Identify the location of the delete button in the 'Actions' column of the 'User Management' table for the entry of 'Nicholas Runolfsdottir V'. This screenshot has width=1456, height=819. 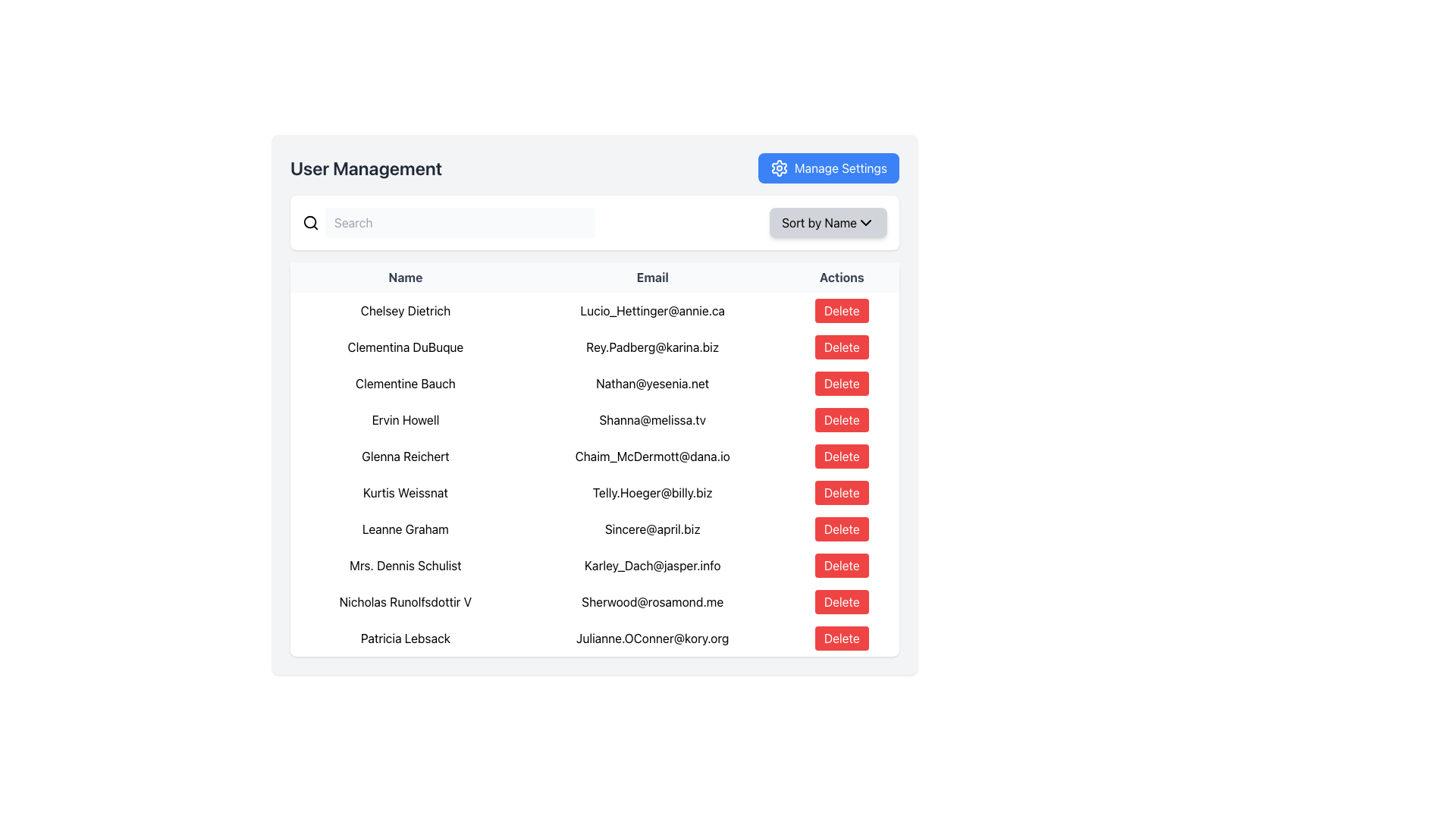
(841, 601).